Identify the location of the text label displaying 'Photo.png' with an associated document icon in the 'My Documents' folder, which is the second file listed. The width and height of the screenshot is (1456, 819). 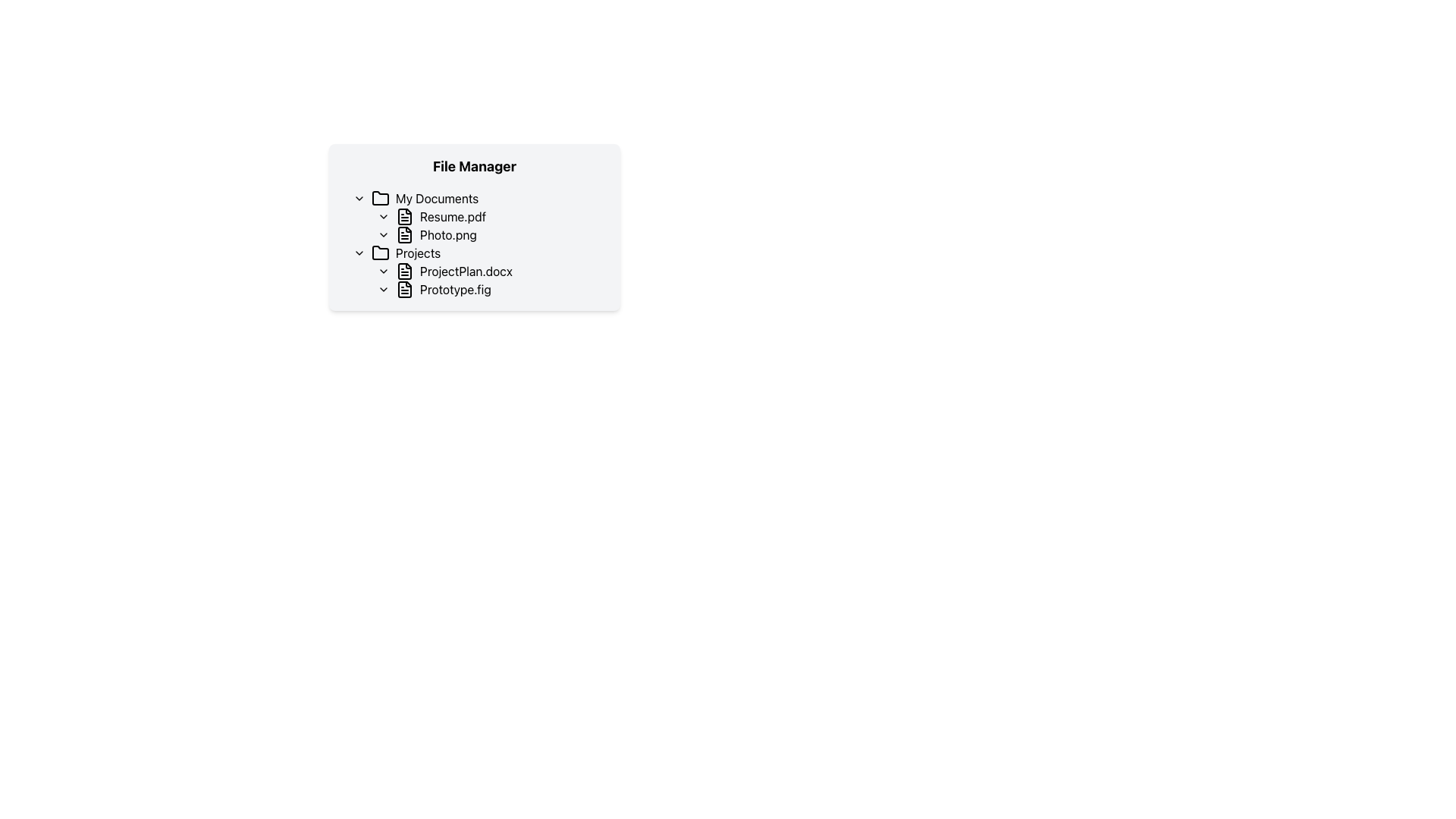
(435, 234).